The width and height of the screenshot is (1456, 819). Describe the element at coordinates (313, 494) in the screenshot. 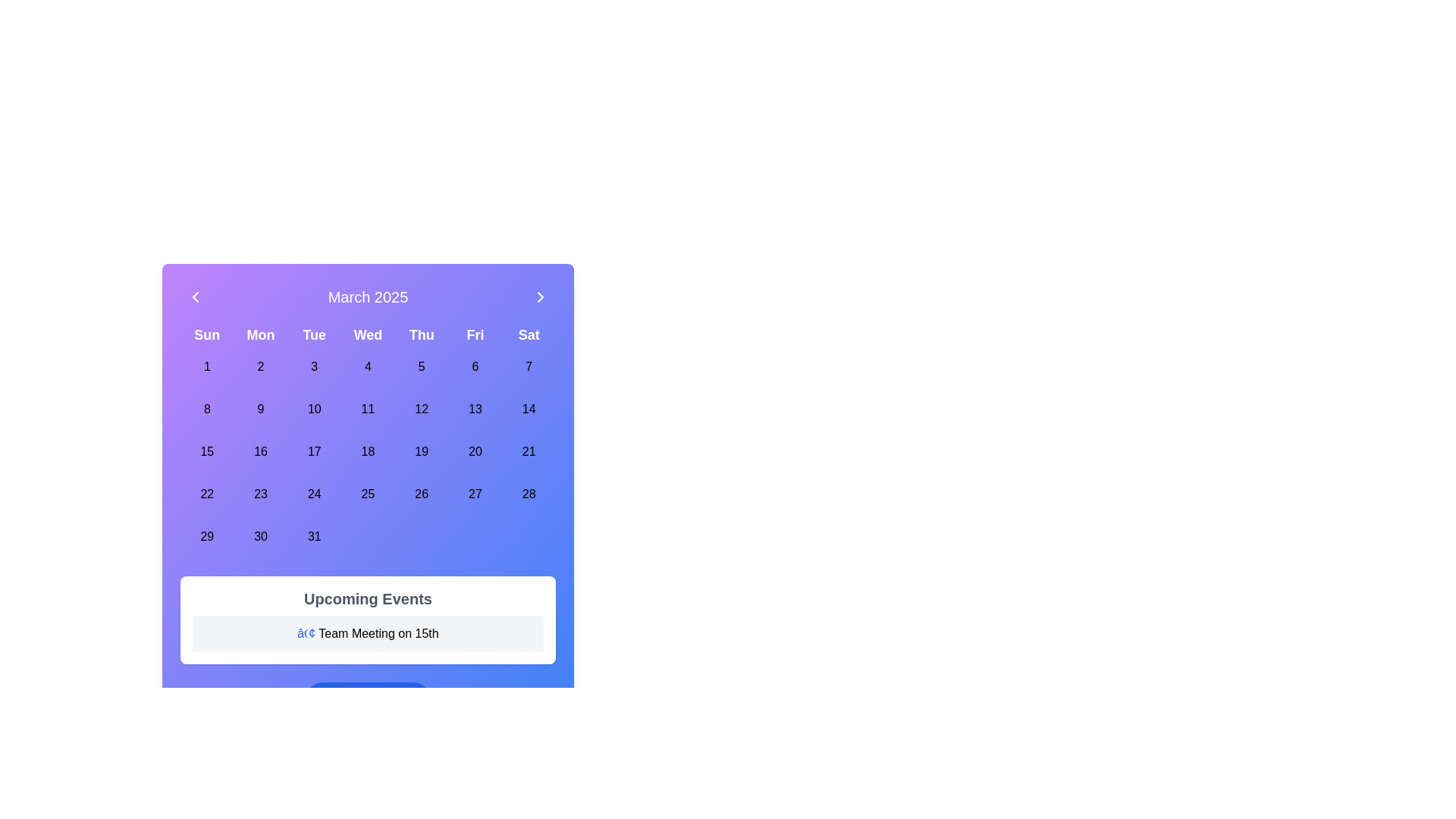

I see `the button representing the date in the calendar for March 2025, located under the 'Tue' label in the fifth row and fourth column` at that location.